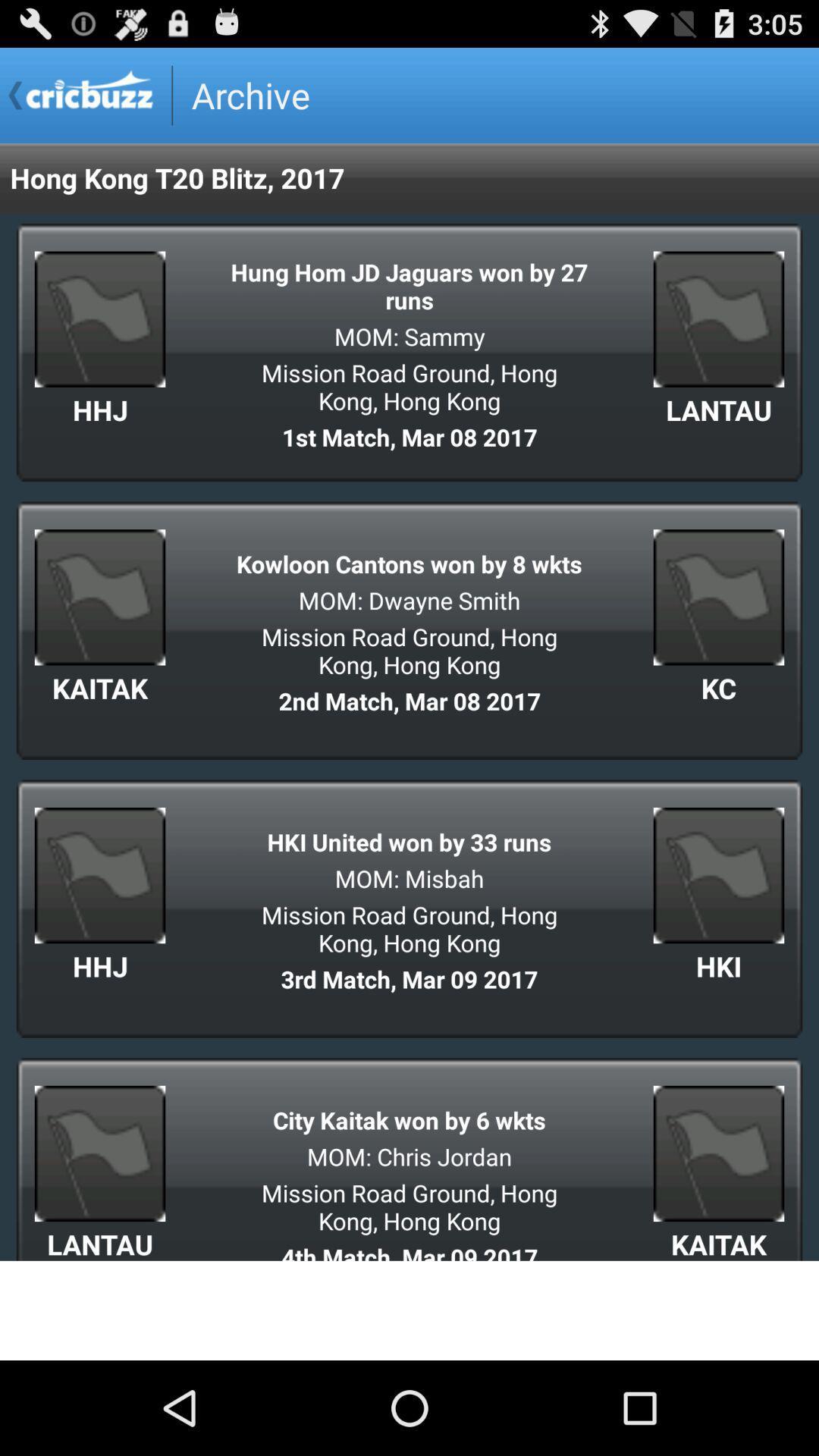 This screenshot has width=819, height=1456. Describe the element at coordinates (718, 687) in the screenshot. I see `app to the right of the mission road ground icon` at that location.